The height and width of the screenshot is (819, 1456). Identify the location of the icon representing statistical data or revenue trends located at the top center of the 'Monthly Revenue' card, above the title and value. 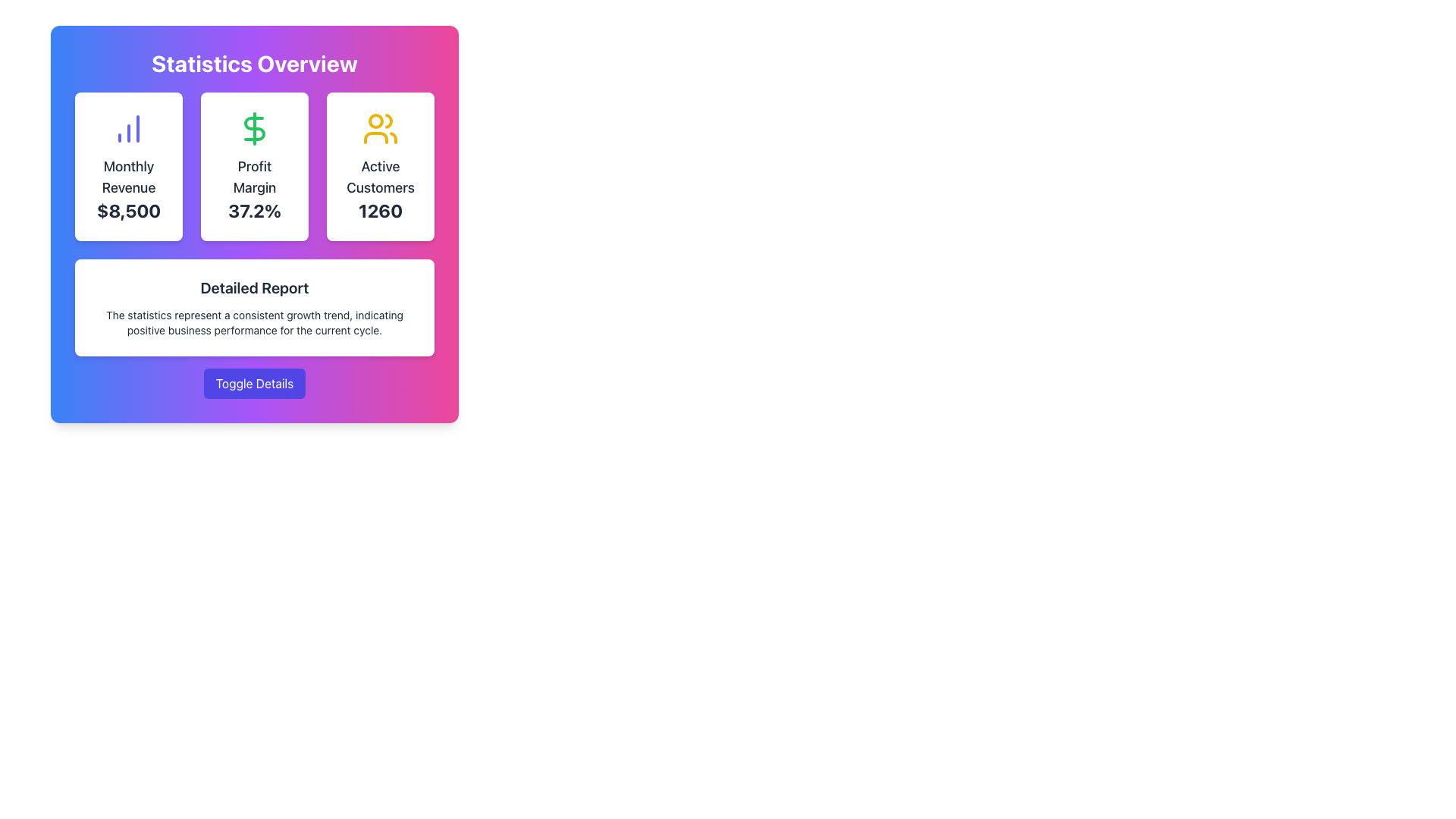
(128, 127).